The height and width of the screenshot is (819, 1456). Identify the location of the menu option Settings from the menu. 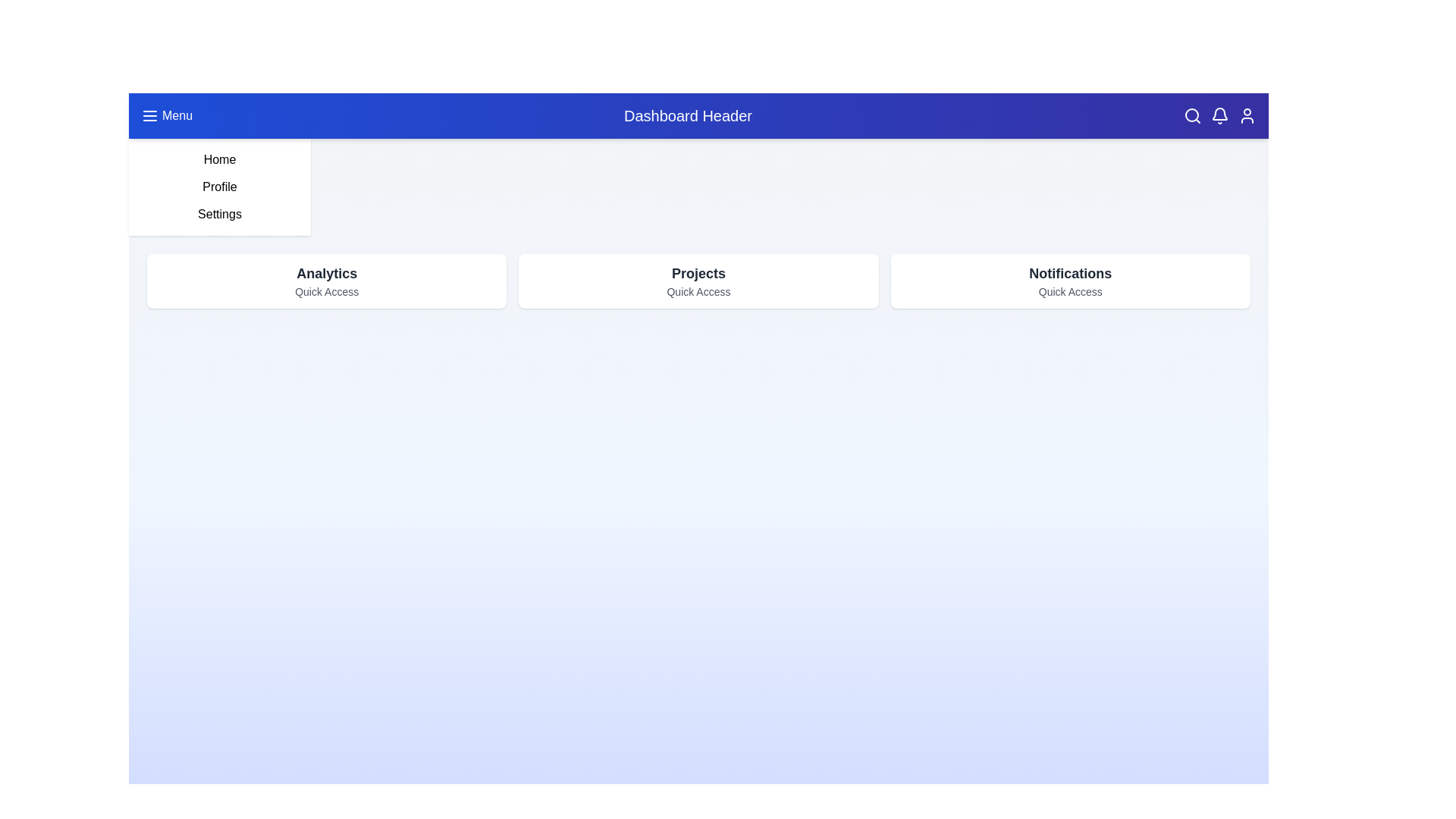
(218, 214).